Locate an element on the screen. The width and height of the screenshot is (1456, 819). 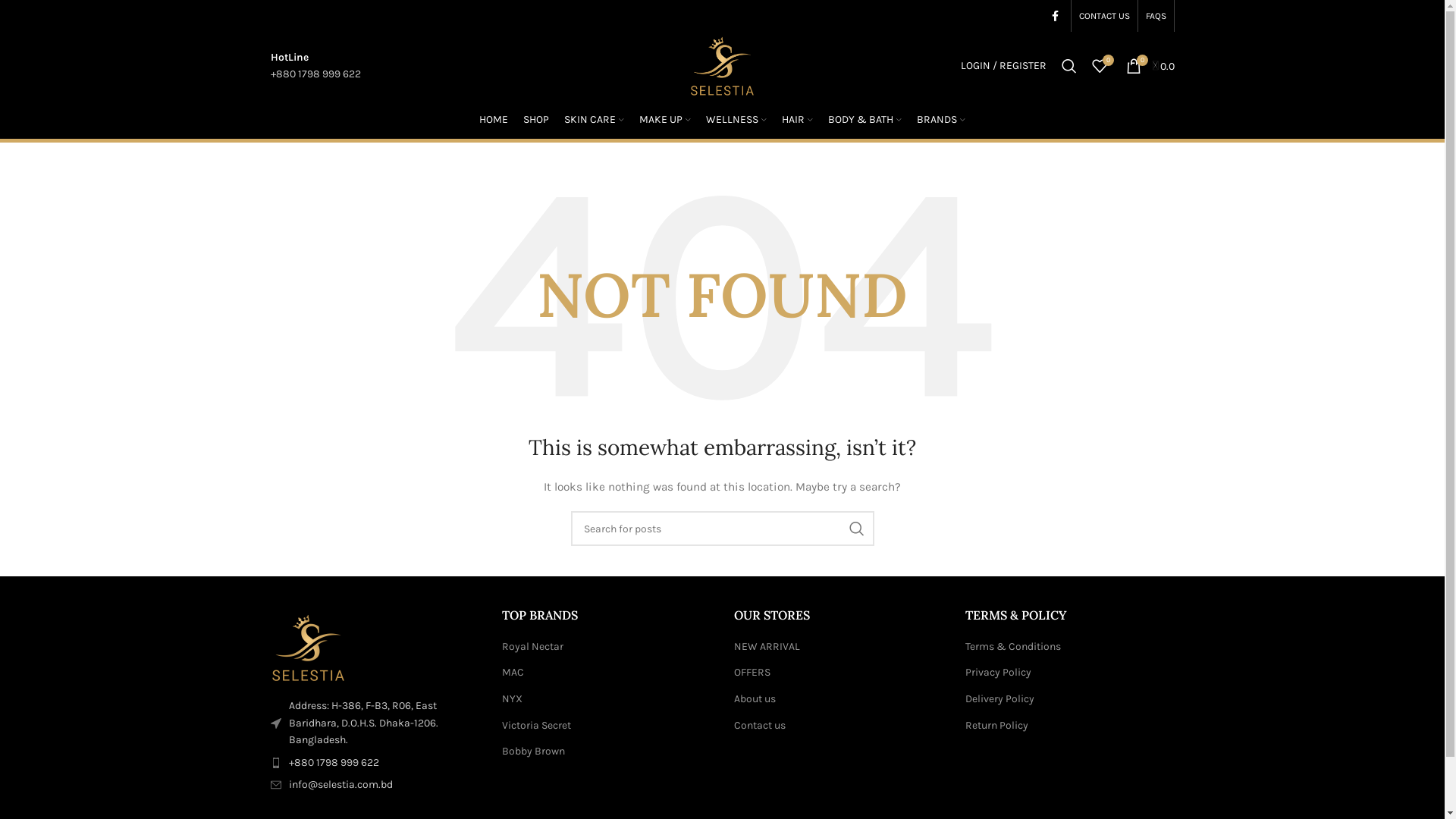
'Selestia-logo-footer1' is located at coordinates (352, 648).